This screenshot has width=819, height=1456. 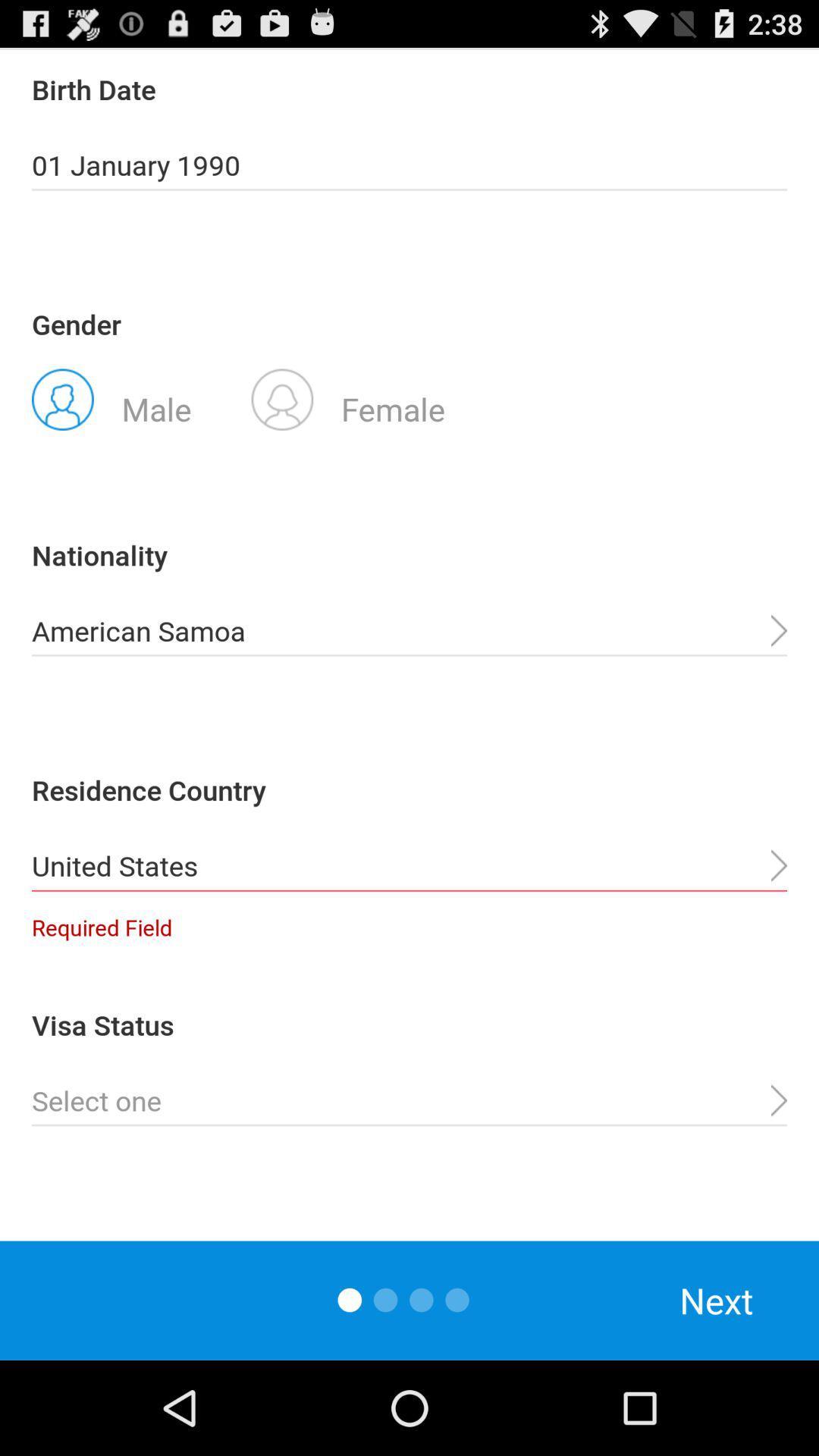 I want to click on male radio button, so click(x=111, y=398).